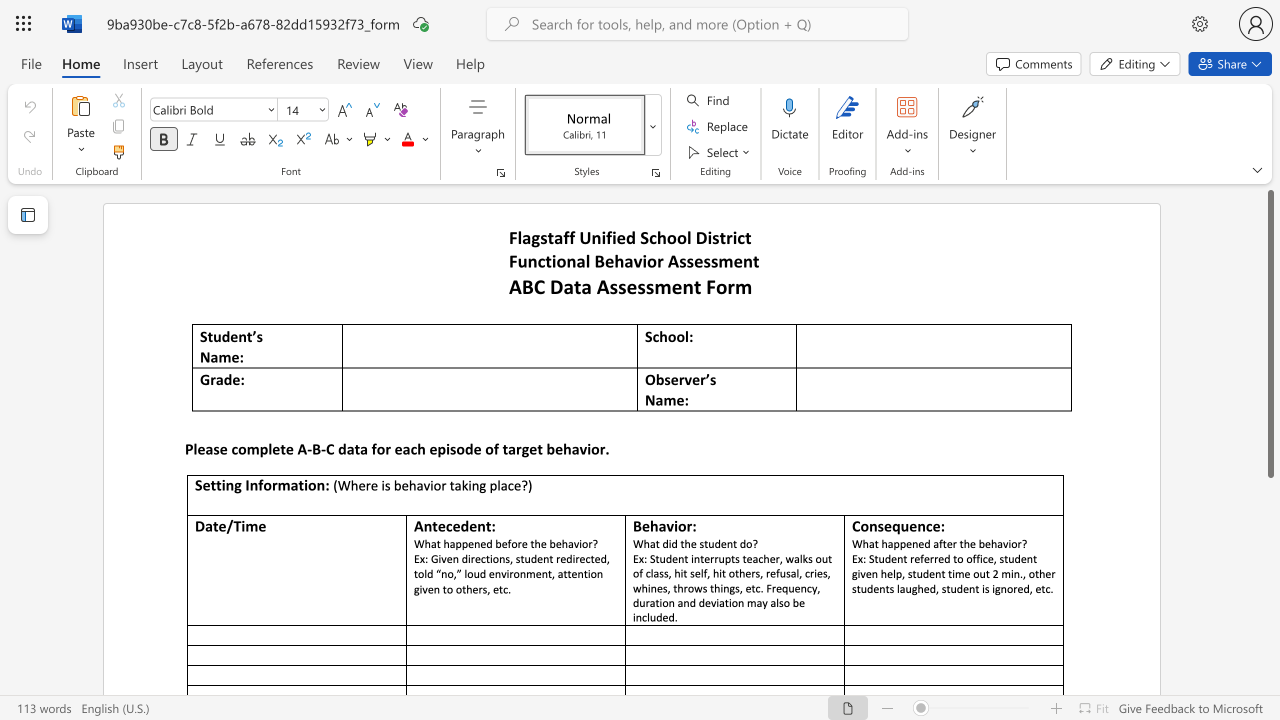 This screenshot has width=1280, height=720. Describe the element at coordinates (545, 260) in the screenshot. I see `the subset text "tional B" within the text "Functional Behavior Assessment"` at that location.